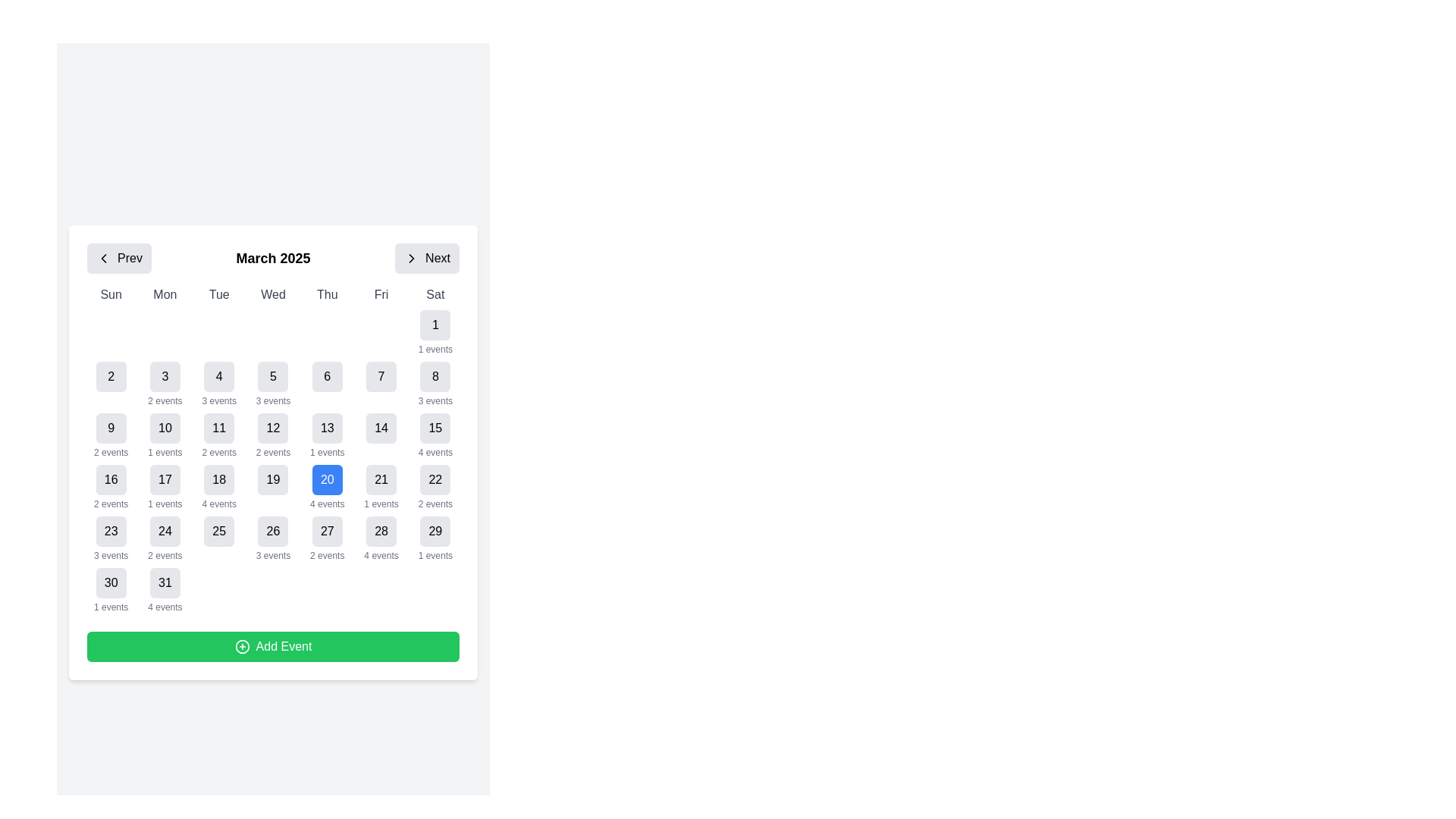  Describe the element at coordinates (218, 332) in the screenshot. I see `the third cell in the top row of the calendar grid, located beneath 'Tue', which represents Tuesday` at that location.